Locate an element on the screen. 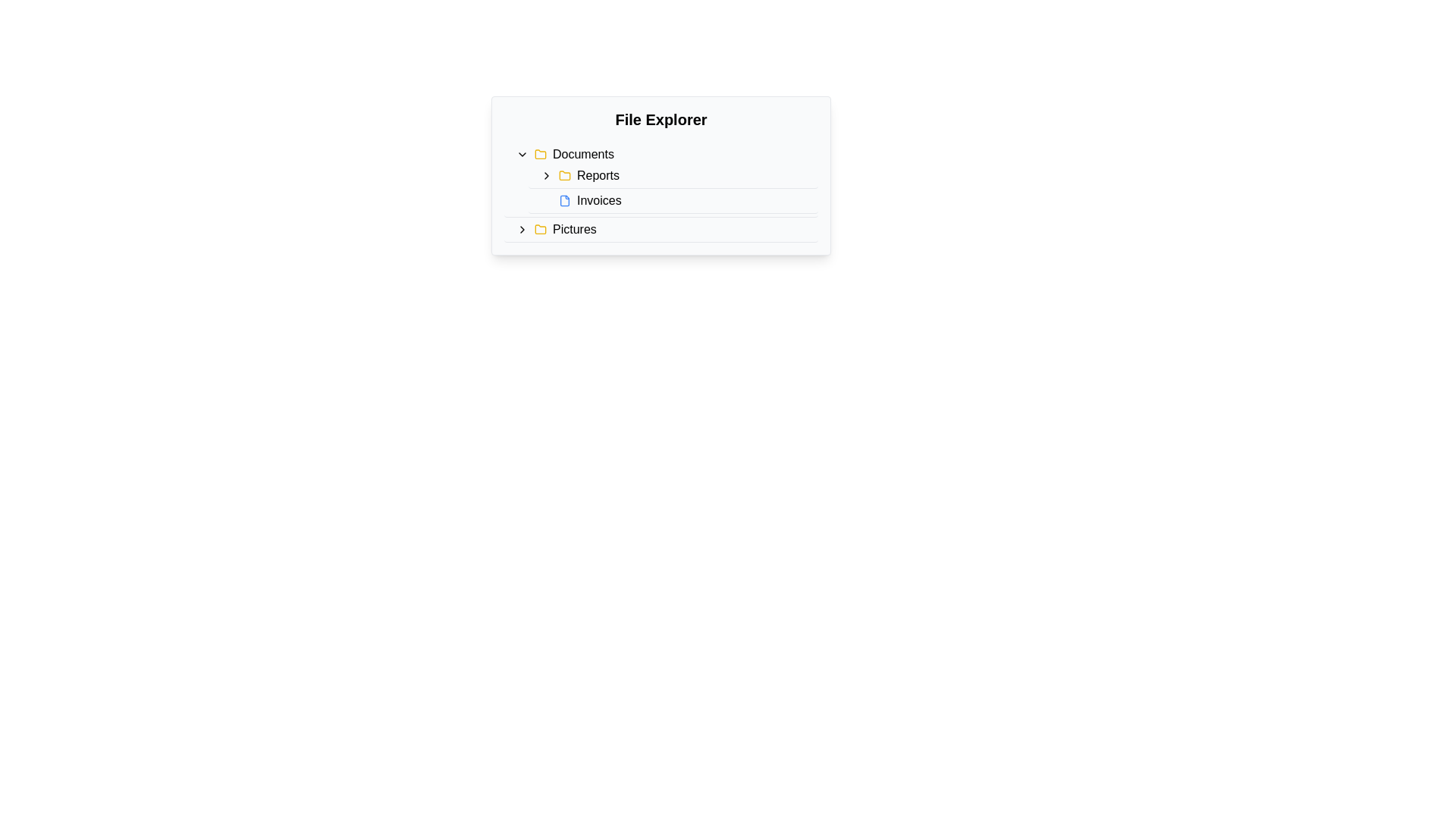  the small downward-facing chevron toggle button located to the left of the 'Documents' label in the File Explorer interface is located at coordinates (522, 155).